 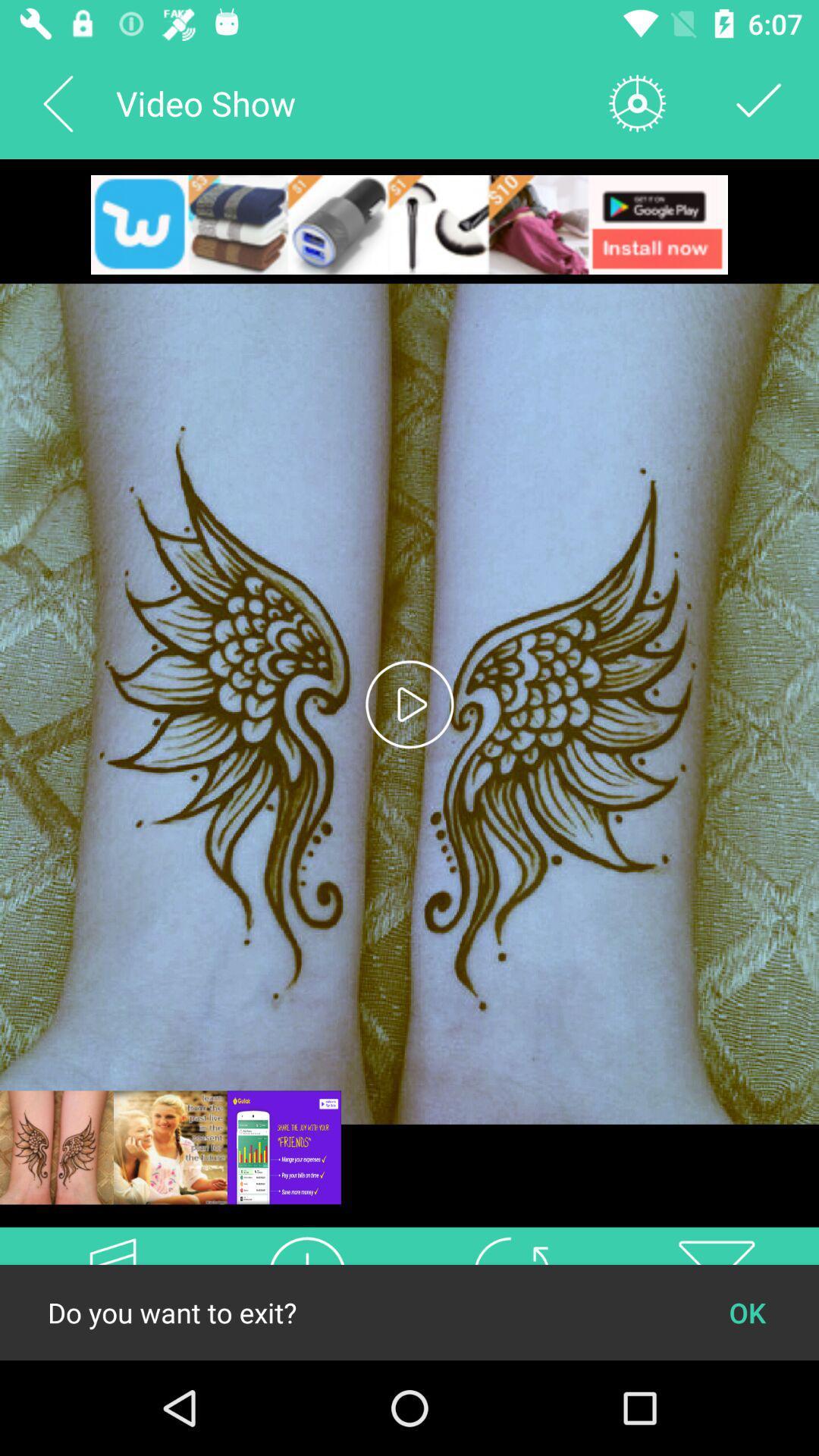 What do you see at coordinates (57, 102) in the screenshot?
I see `the arrow_backward icon` at bounding box center [57, 102].